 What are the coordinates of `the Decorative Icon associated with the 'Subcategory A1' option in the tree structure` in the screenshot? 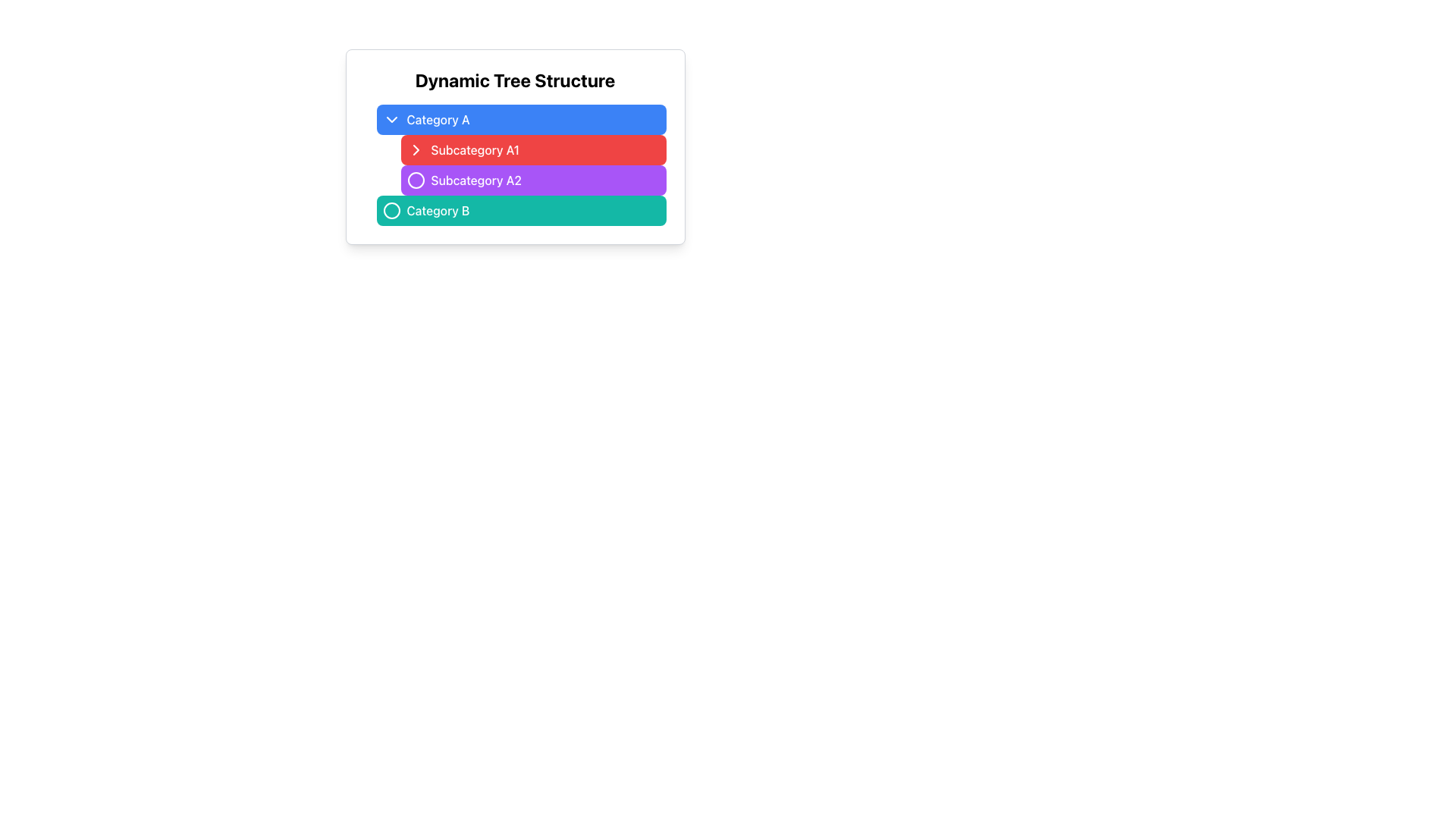 It's located at (416, 149).